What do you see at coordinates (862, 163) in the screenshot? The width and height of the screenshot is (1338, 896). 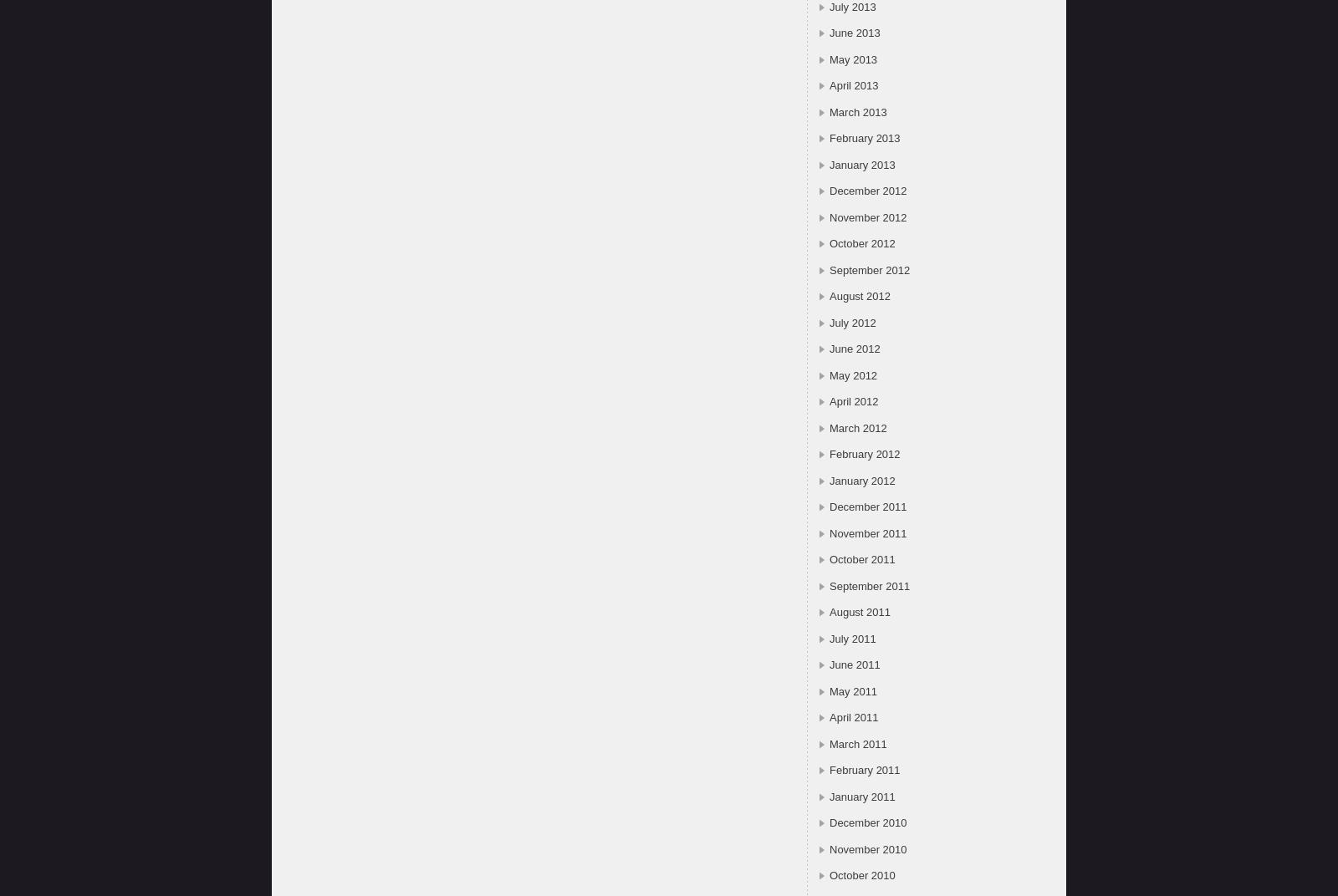 I see `'January 2013'` at bounding box center [862, 163].